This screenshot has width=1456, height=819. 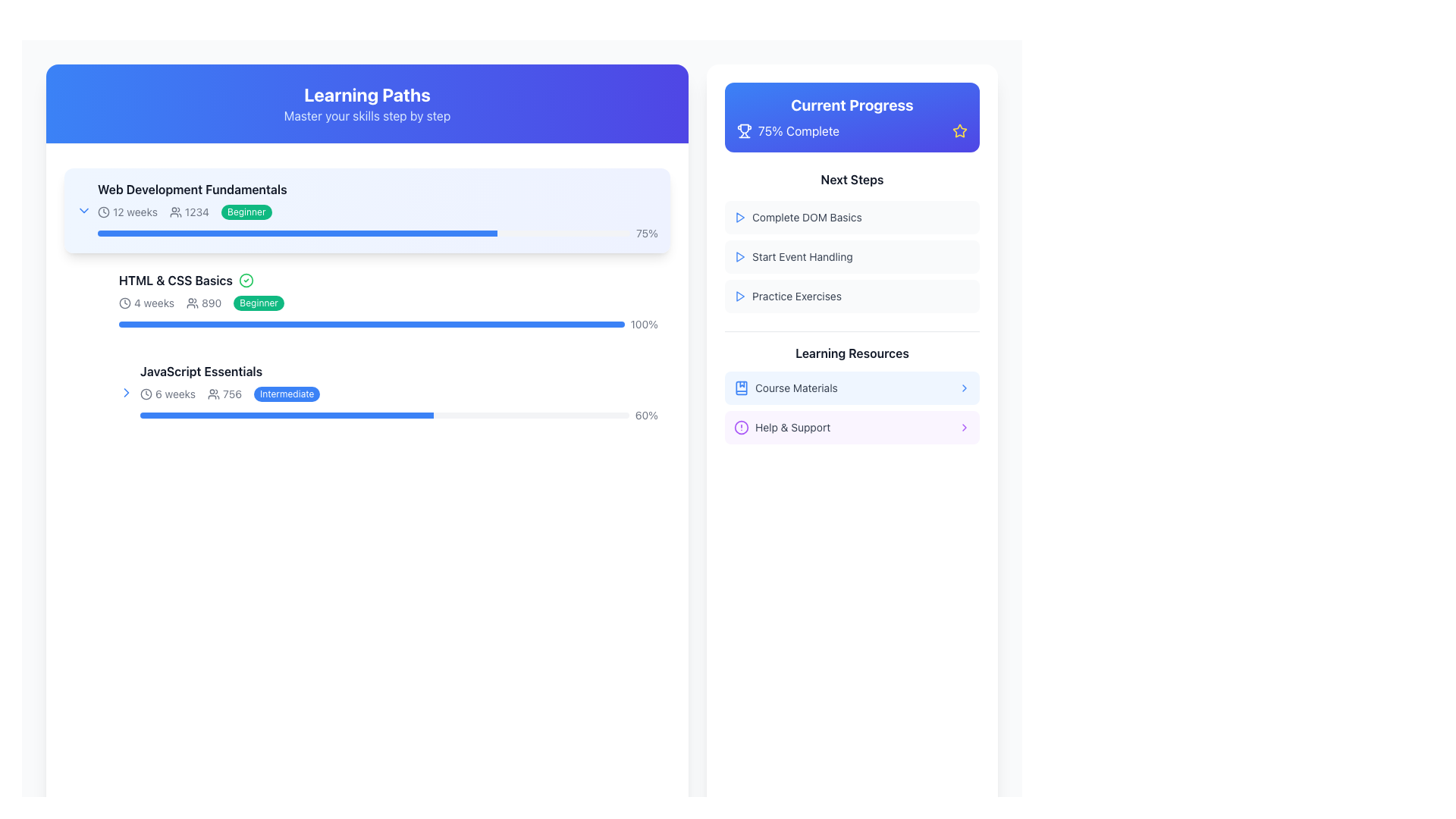 I want to click on the numerical value '756' with the accompanying icon in the 'JavaScript Essentials' section, positioned between '6 weeks' and 'Intermediate', so click(x=224, y=394).